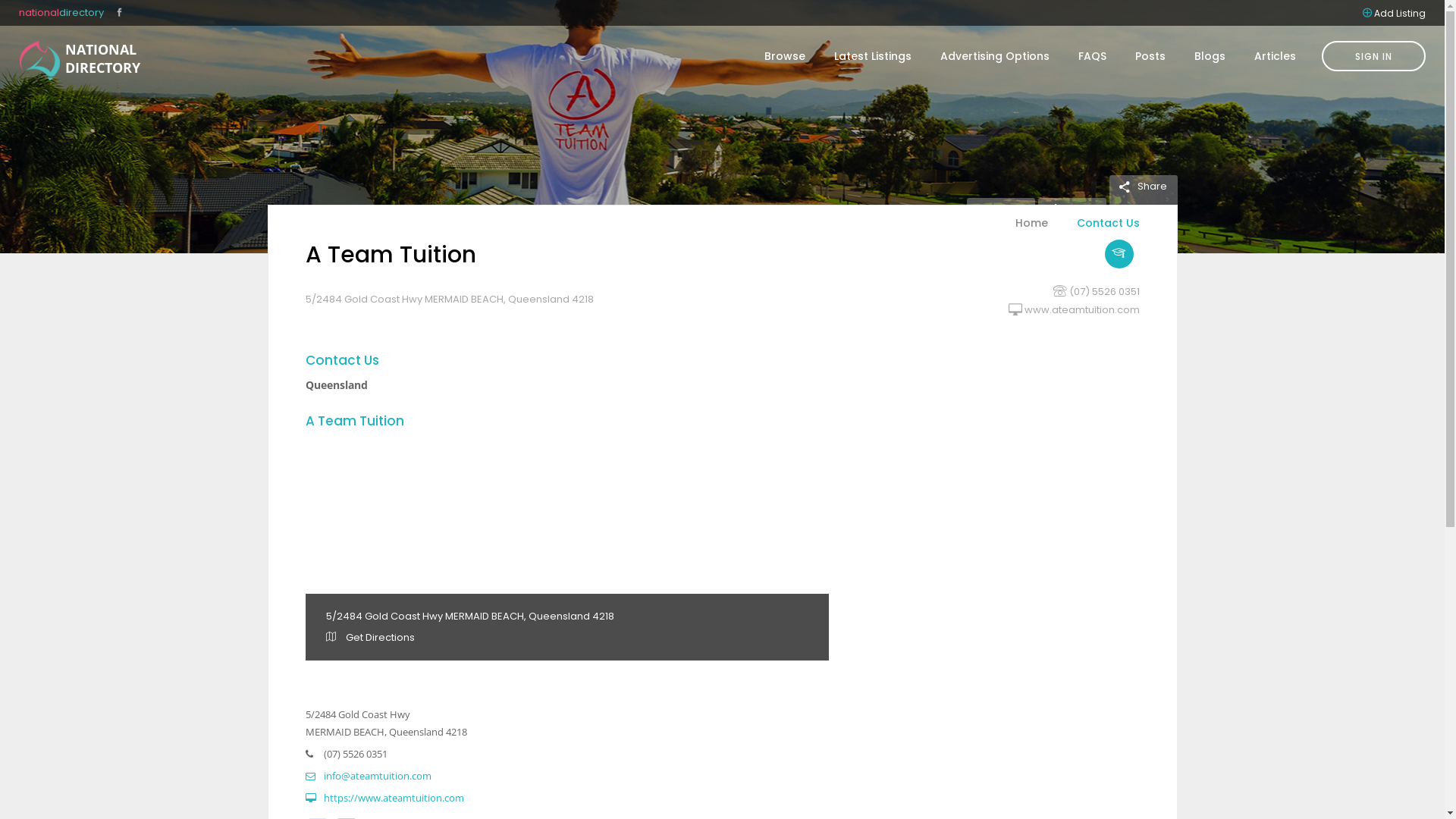 The height and width of the screenshot is (819, 1456). What do you see at coordinates (965, 208) in the screenshot?
I see `'Follow'` at bounding box center [965, 208].